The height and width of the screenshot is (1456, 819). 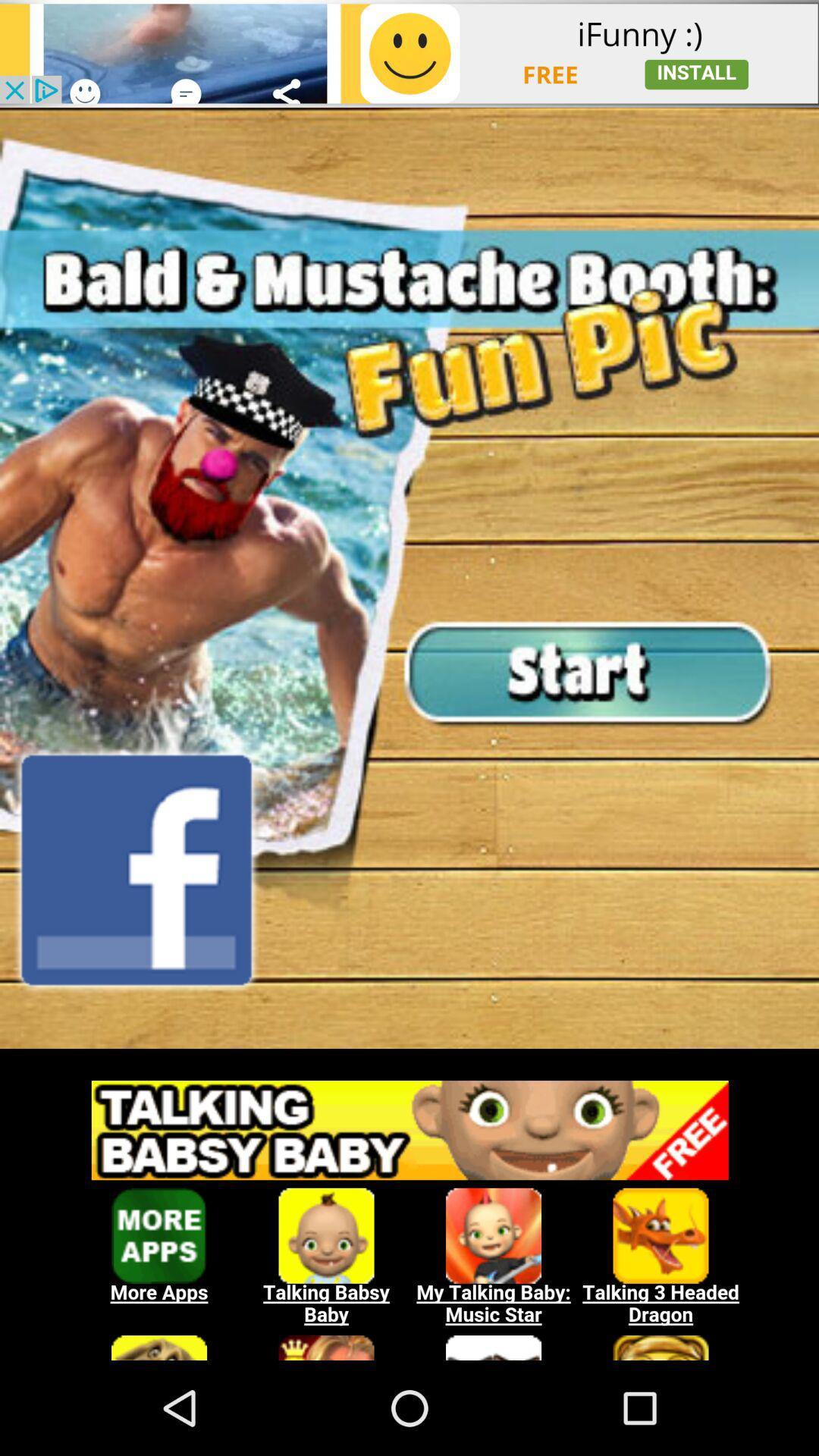 What do you see at coordinates (409, 577) in the screenshot?
I see `start the app` at bounding box center [409, 577].